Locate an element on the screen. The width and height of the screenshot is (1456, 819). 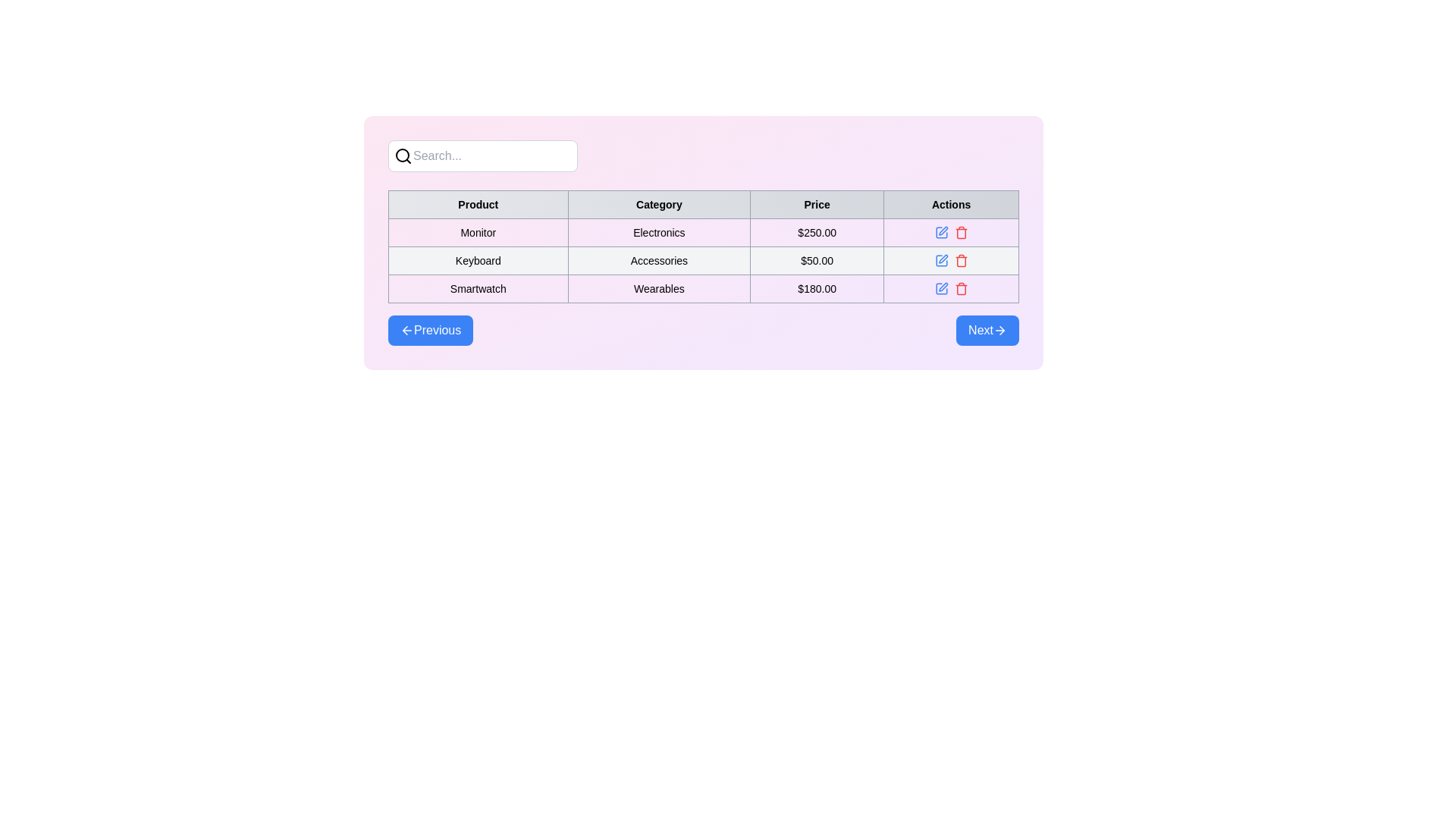
the 'Actions' text label in the table header, which is located on the rightmost side of a row of four cells, following the 'Price' column header is located at coordinates (950, 205).